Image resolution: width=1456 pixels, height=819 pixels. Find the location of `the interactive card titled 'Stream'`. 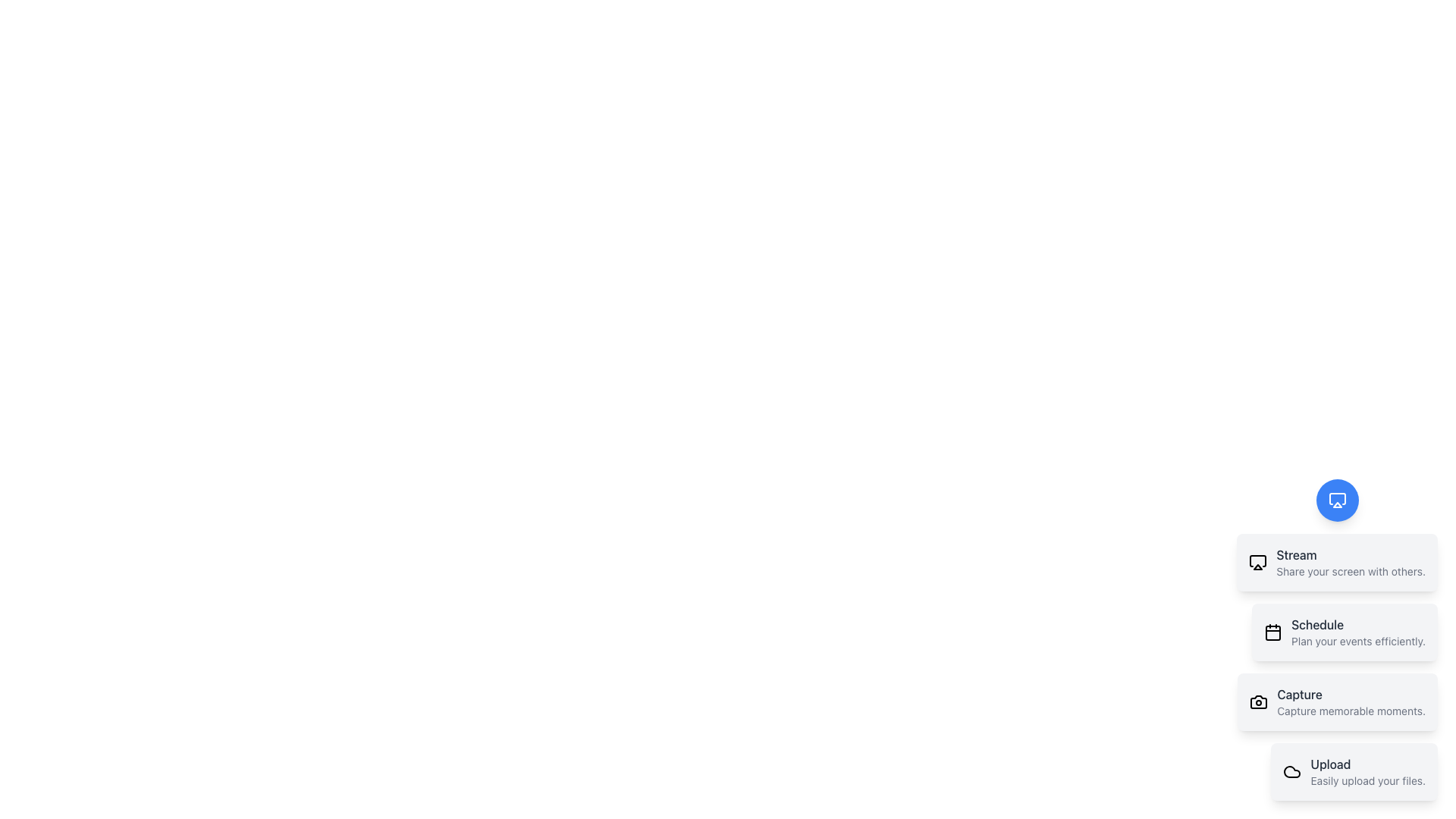

the interactive card titled 'Stream' is located at coordinates (1337, 562).